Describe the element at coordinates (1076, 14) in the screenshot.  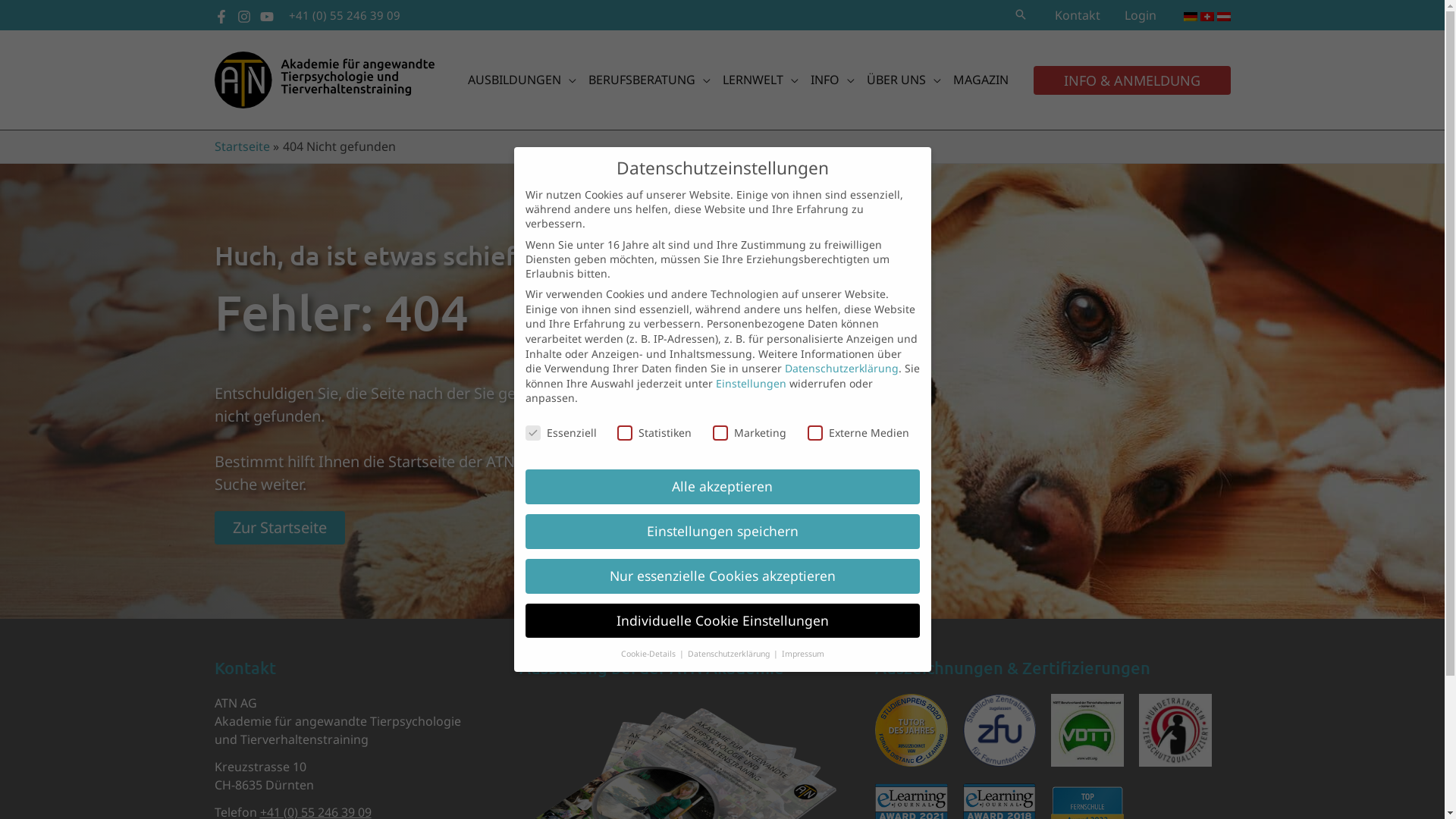
I see `'Kontakt'` at that location.